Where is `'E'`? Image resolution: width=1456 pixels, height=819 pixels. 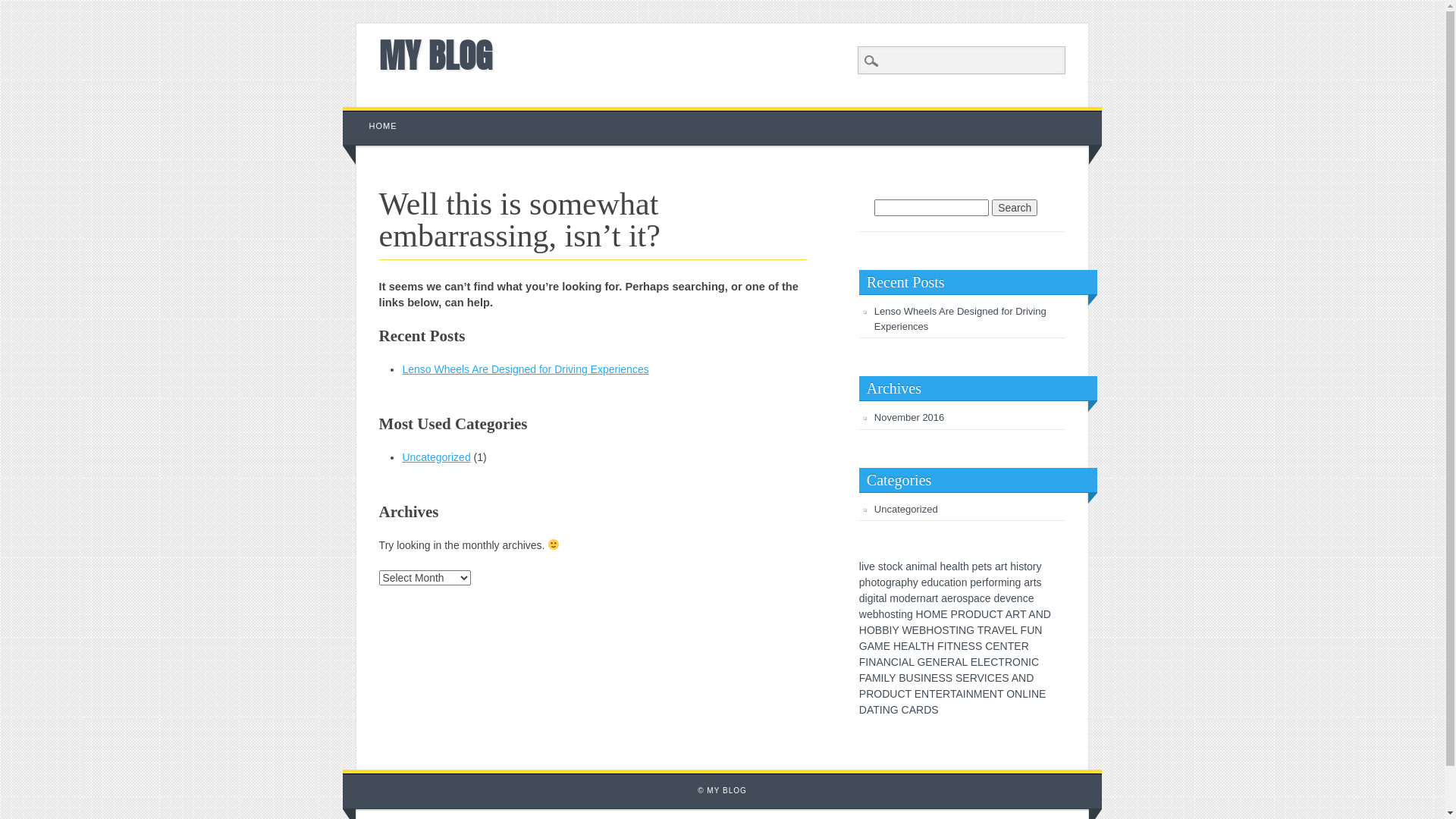
'E' is located at coordinates (965, 677).